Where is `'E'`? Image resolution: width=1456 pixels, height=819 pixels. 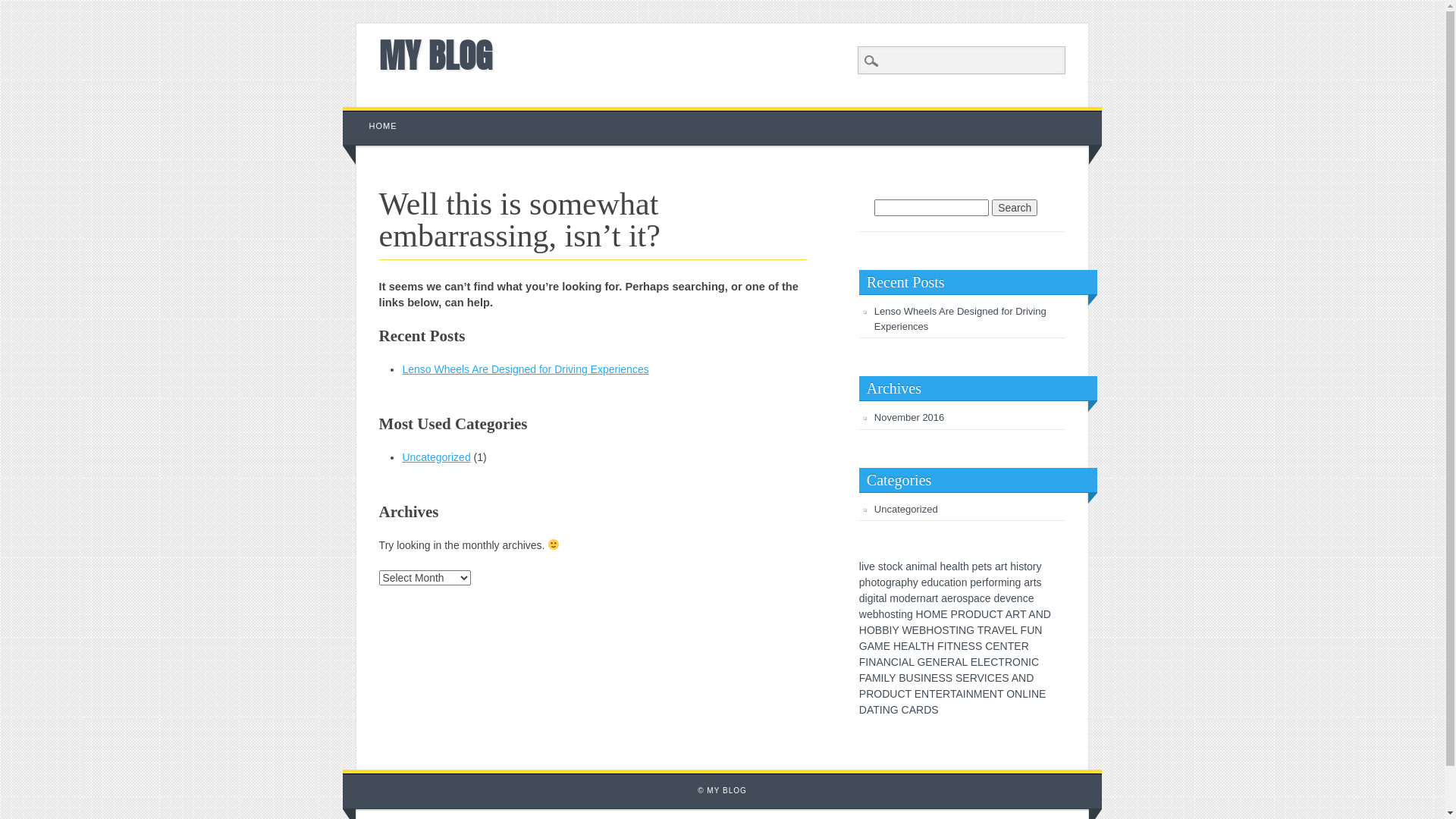
'E' is located at coordinates (965, 677).